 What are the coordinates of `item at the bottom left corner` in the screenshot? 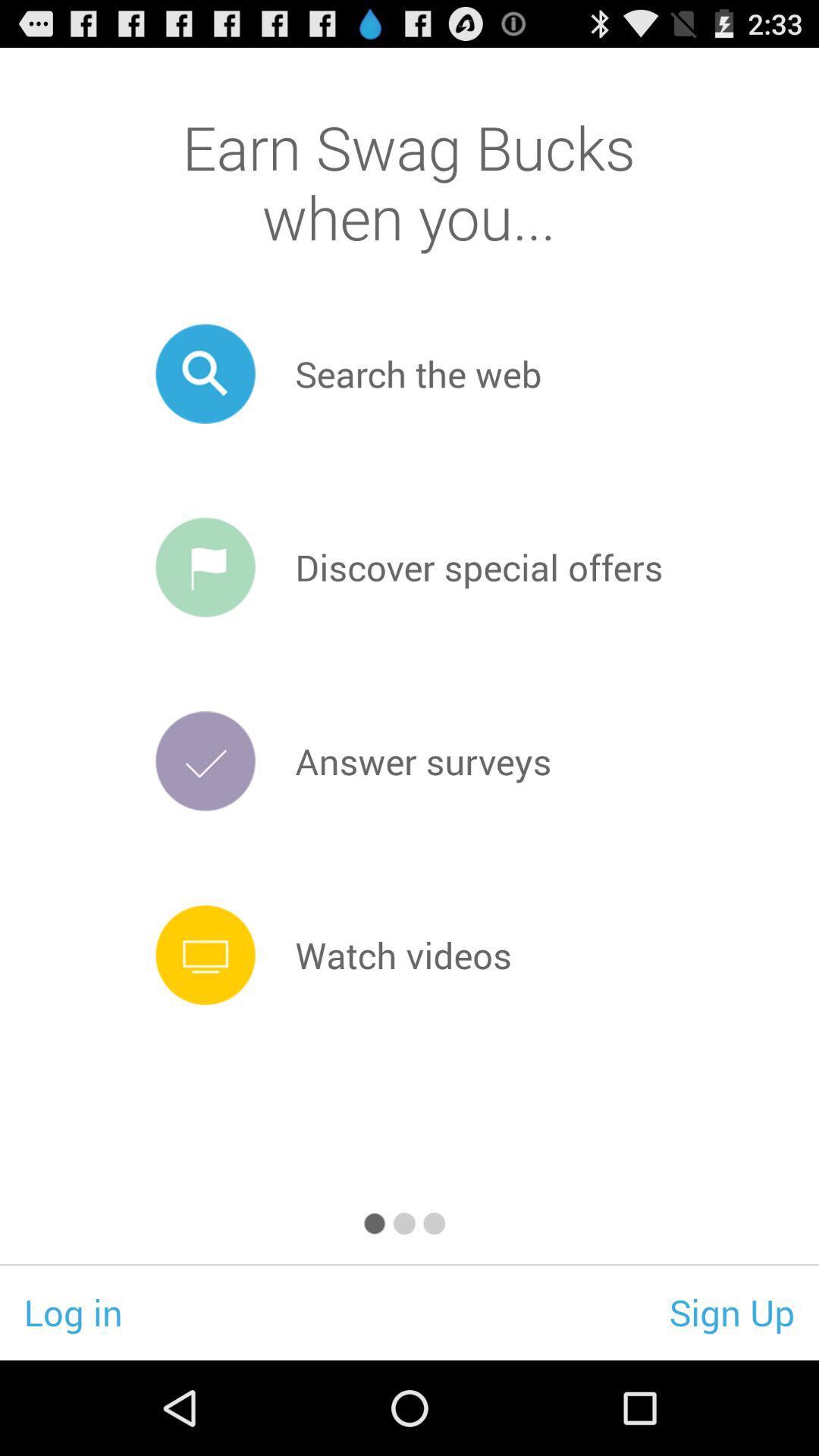 It's located at (73, 1311).